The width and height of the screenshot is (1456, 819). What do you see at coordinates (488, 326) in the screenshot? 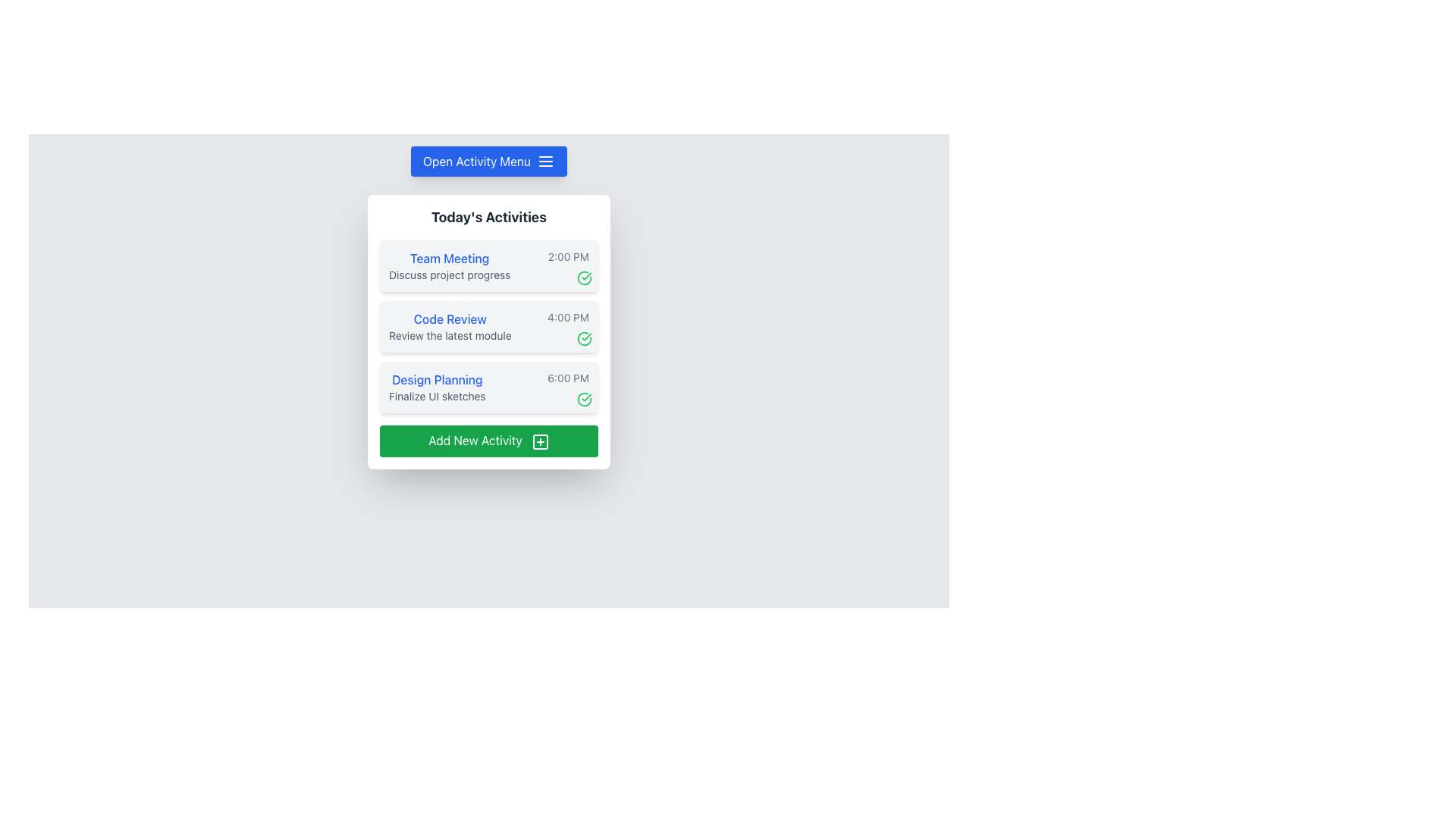
I see `the 'Code Review' list item, which is styled as a rectangular block with a light gray background and contains bold blue text` at bounding box center [488, 326].